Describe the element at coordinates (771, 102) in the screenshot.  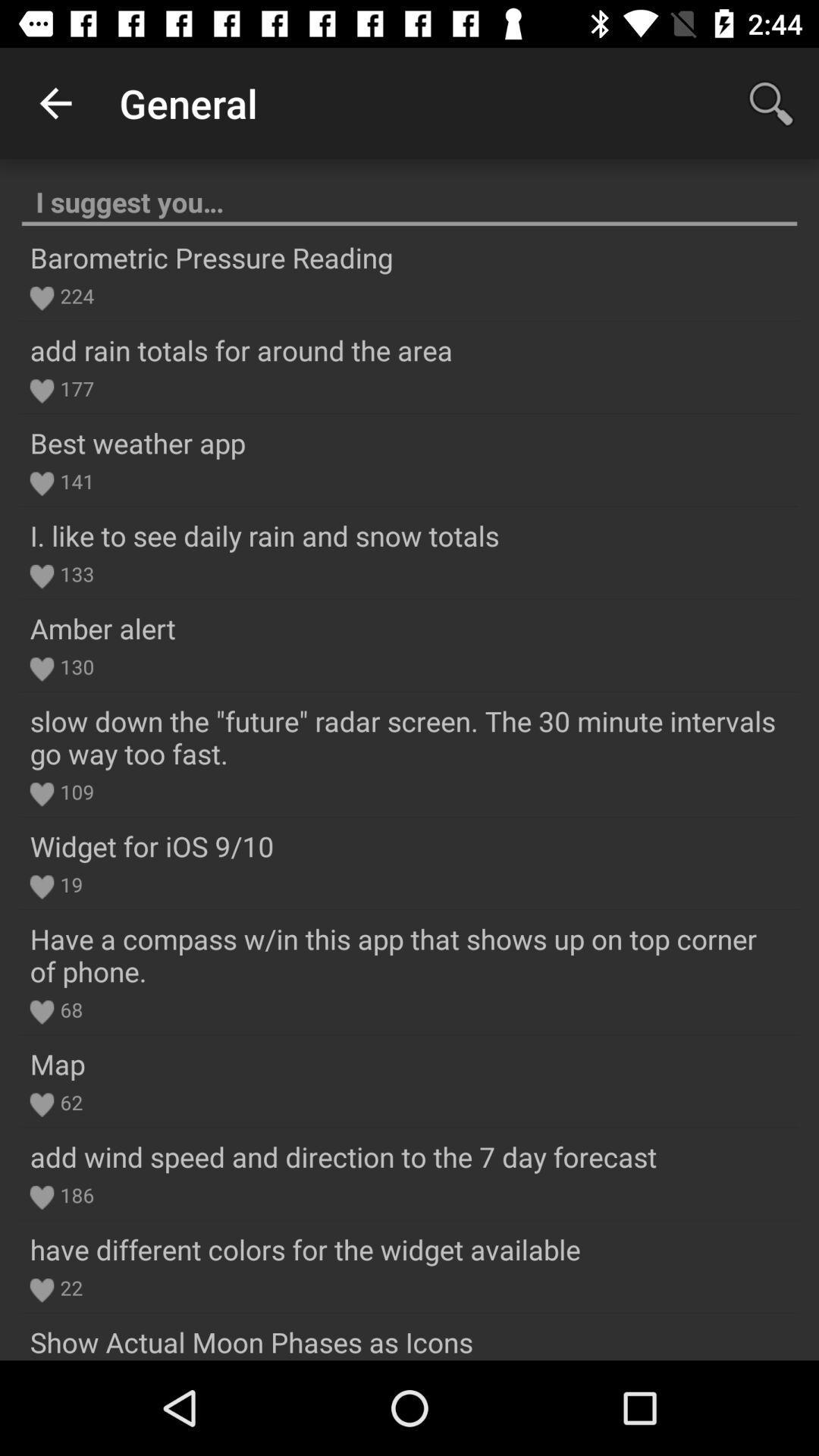
I see `the item at the top right corner` at that location.